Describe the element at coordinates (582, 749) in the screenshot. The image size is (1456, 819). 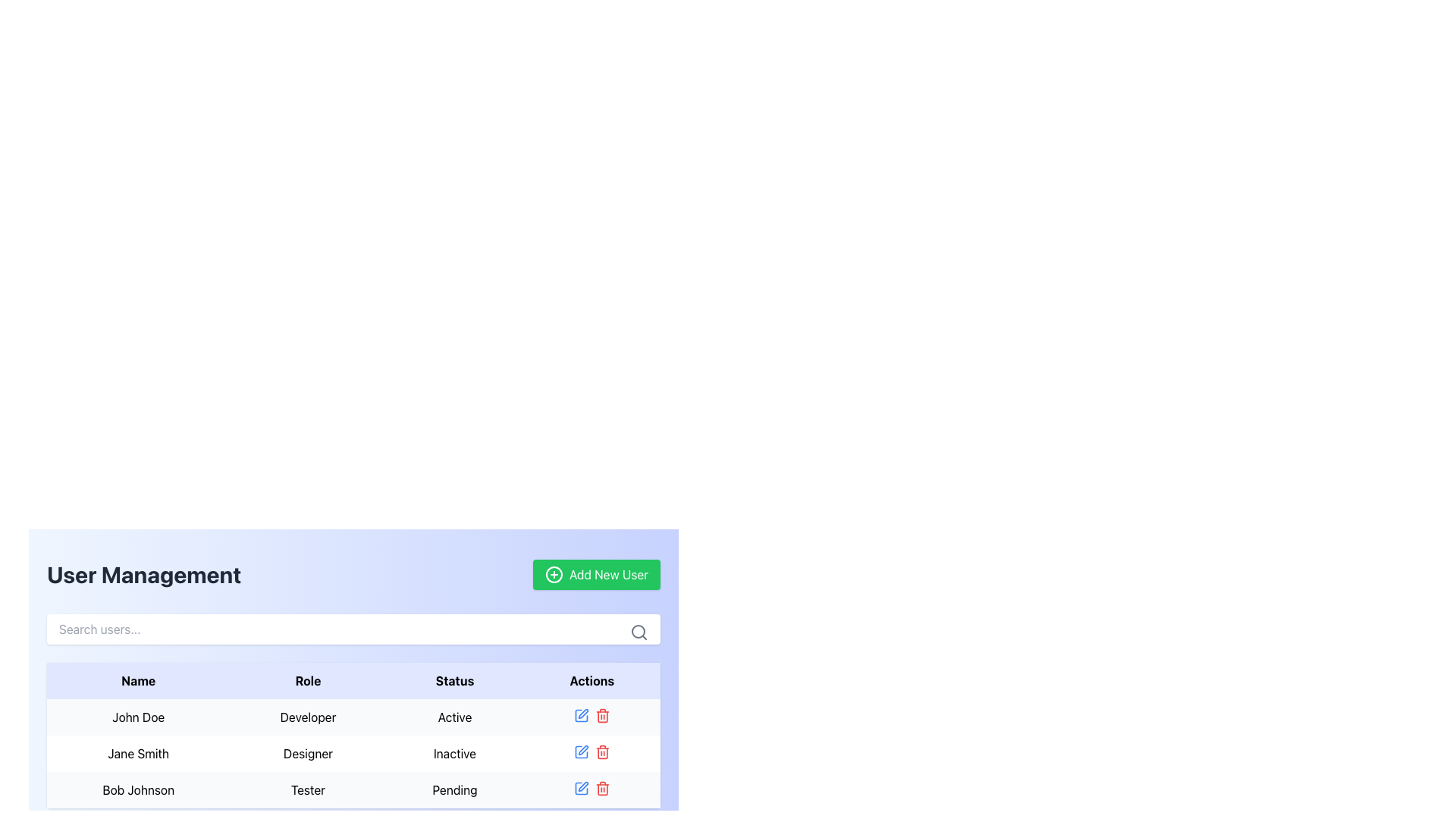
I see `the pen icon located in the 'Actions' column of the user management table to initiate an action` at that location.